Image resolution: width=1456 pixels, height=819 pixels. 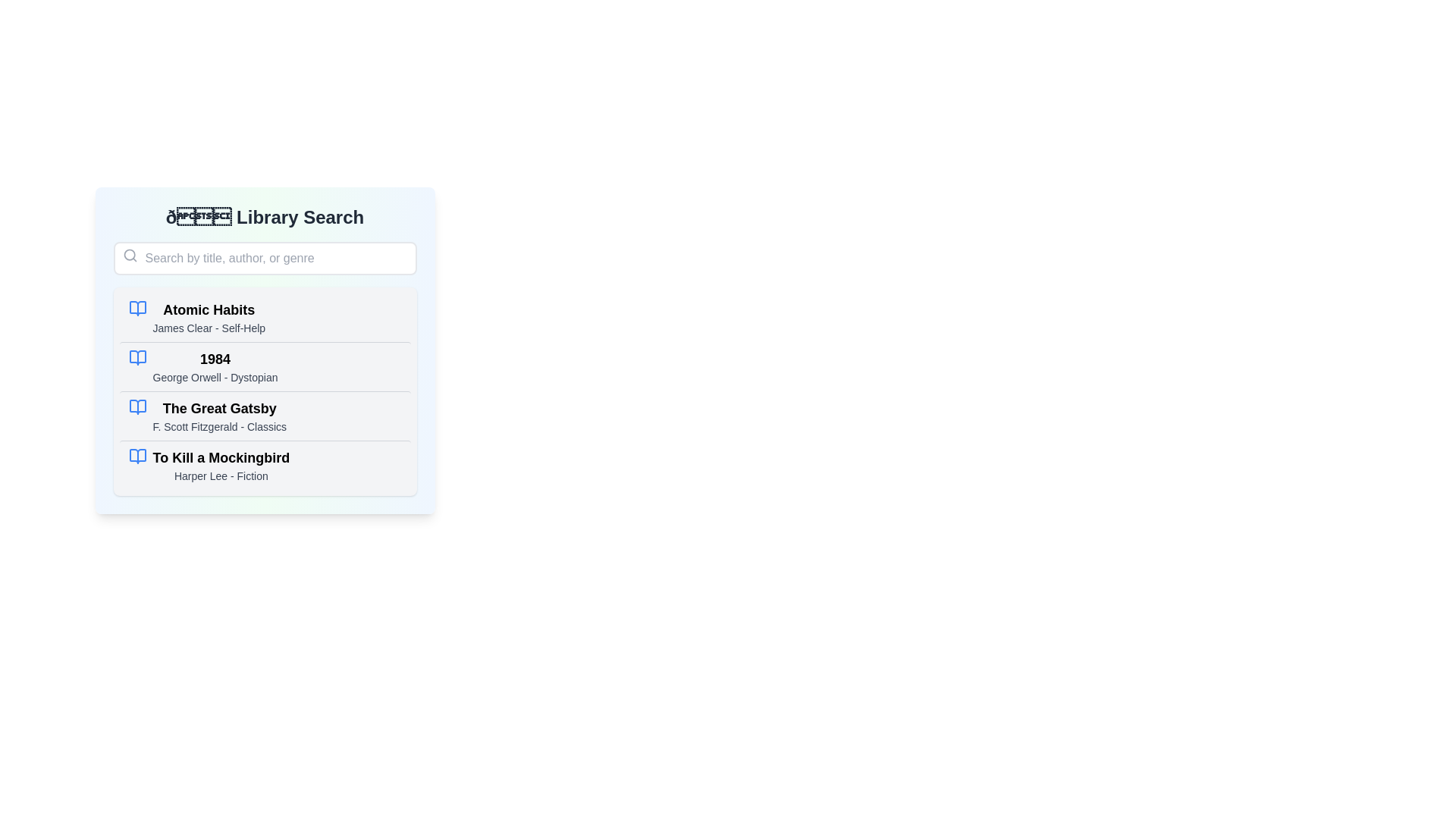 I want to click on the list item entry for 'The Great Gatsby', so click(x=265, y=416).